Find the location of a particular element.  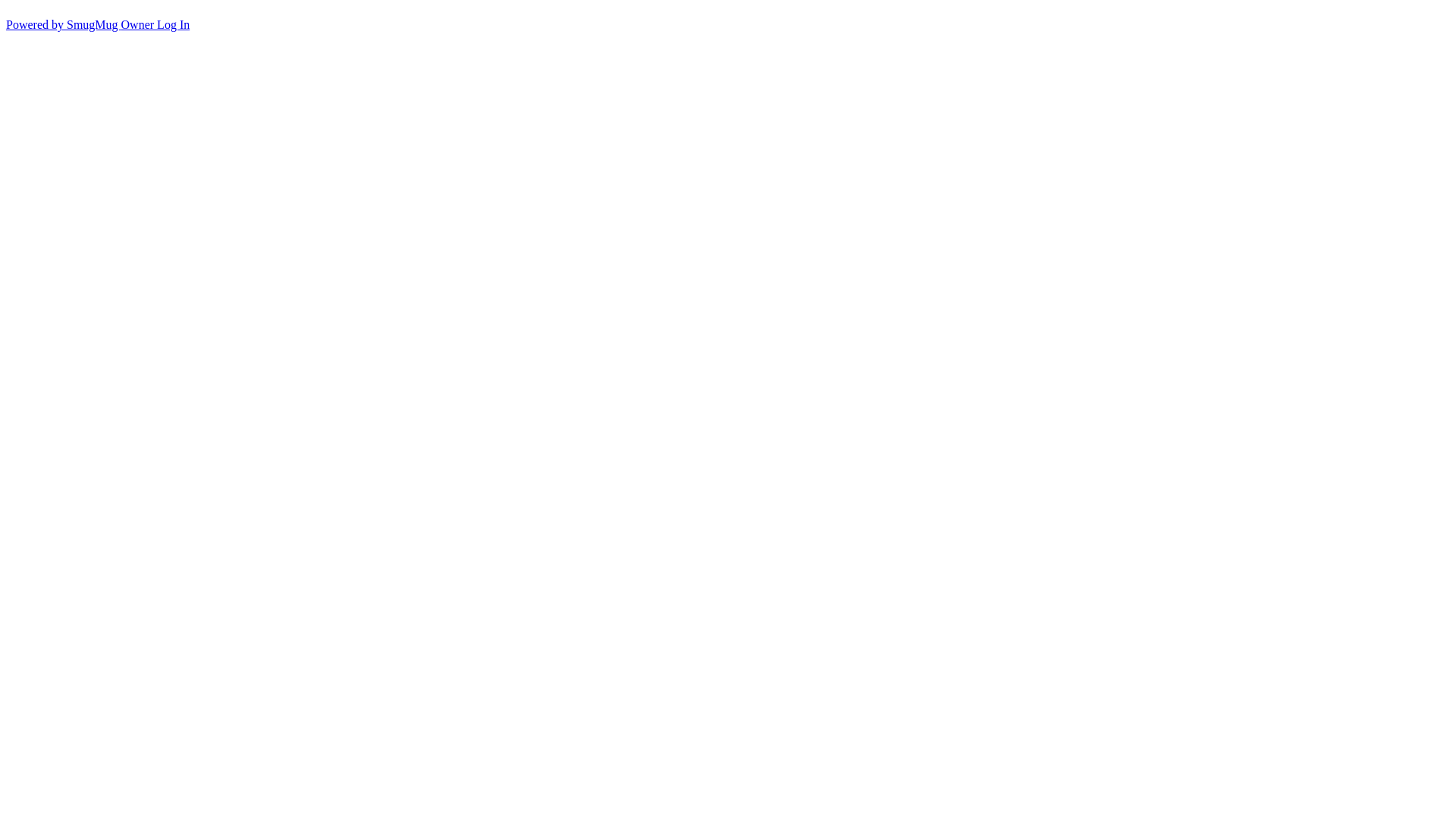

'Powered by SmugMug' is located at coordinates (6, 24).